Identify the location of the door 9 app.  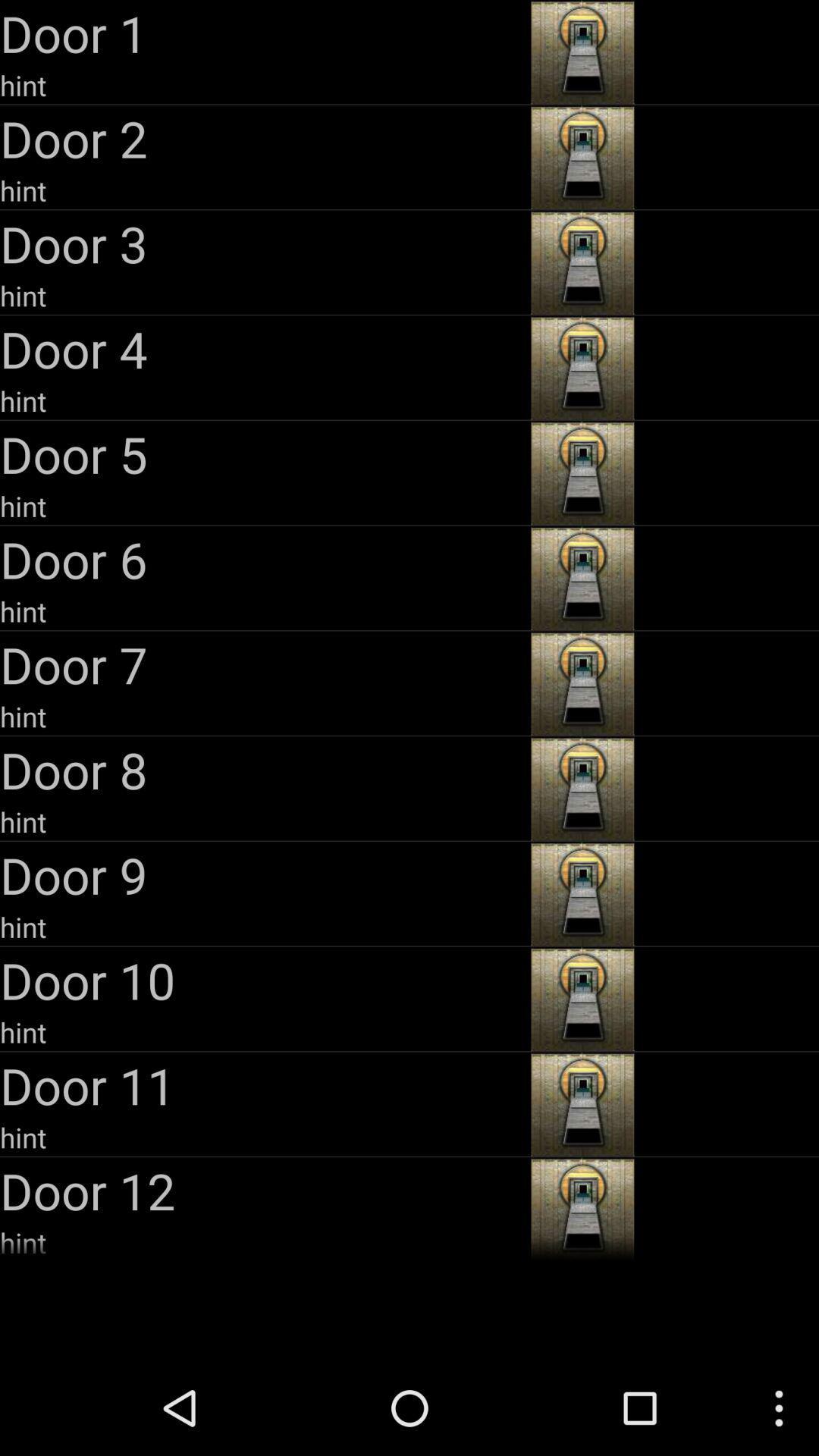
(262, 874).